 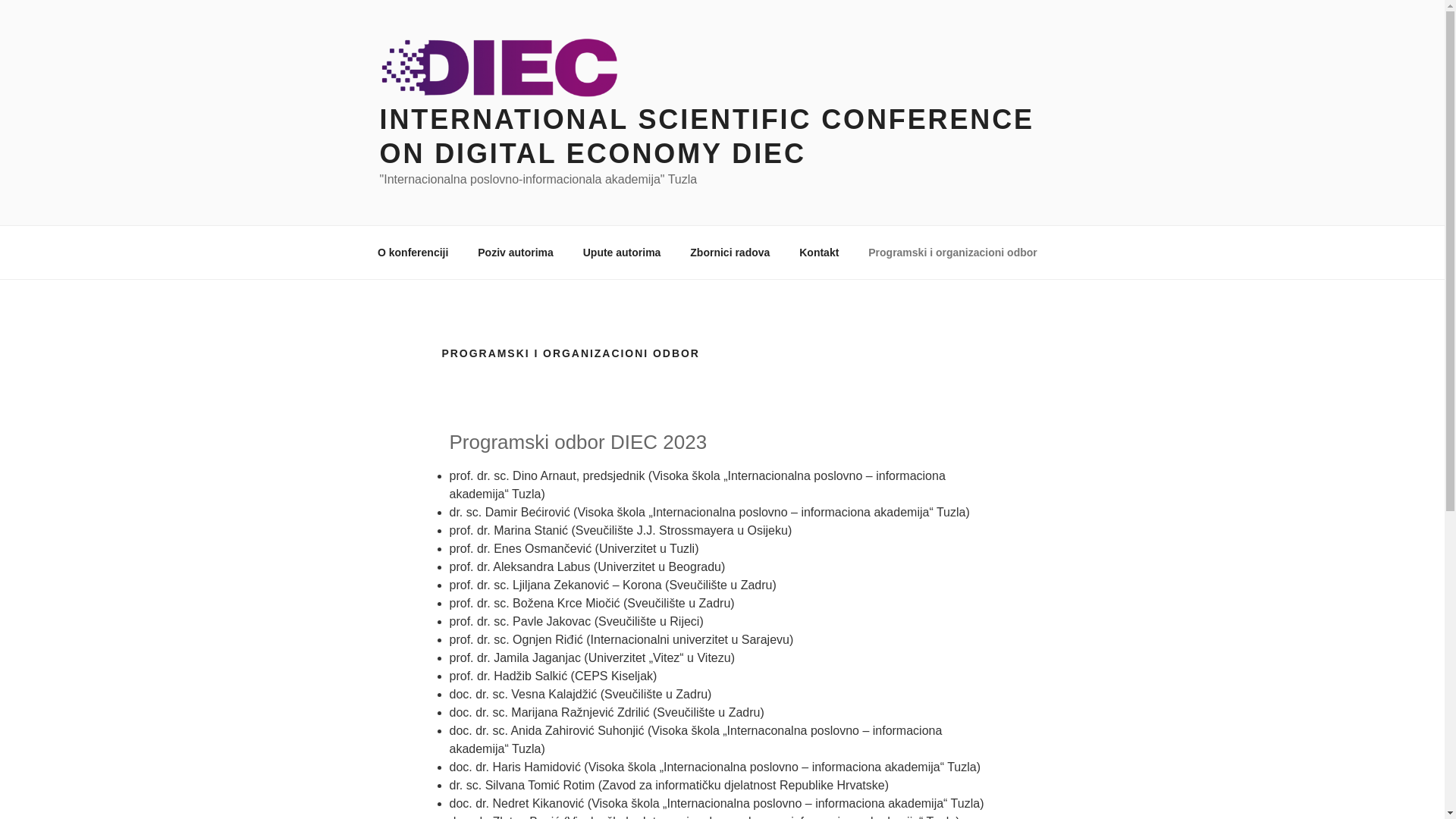 I want to click on 'Programski i organizacioni odbor', so click(x=952, y=251).